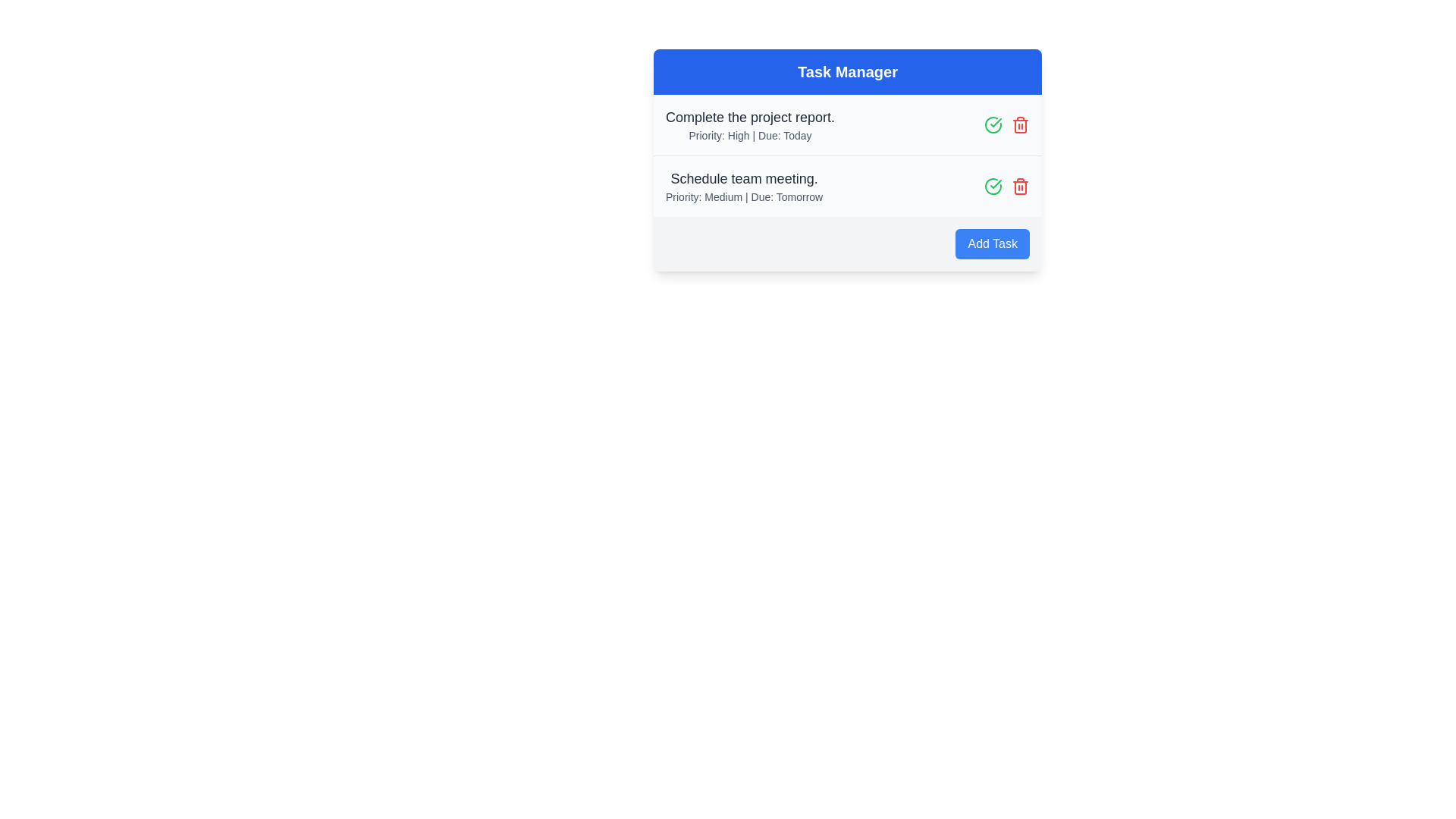 The image size is (1456, 819). What do you see at coordinates (749, 124) in the screenshot?
I see `the first task entry under 'Task Manager' to enable editing of the task details including title, priority level, and due date` at bounding box center [749, 124].